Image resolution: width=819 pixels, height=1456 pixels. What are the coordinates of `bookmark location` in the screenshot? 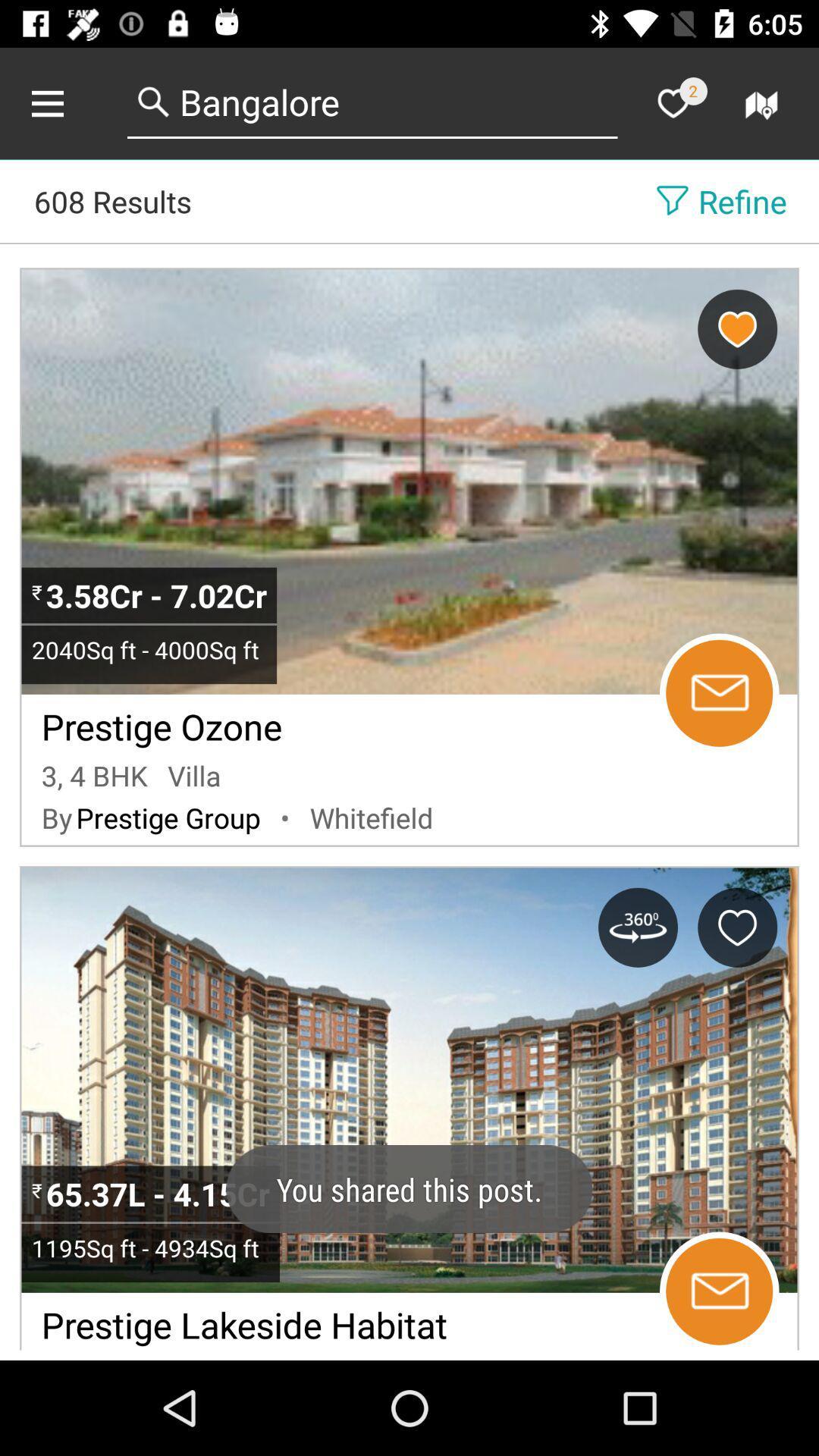 It's located at (736, 328).